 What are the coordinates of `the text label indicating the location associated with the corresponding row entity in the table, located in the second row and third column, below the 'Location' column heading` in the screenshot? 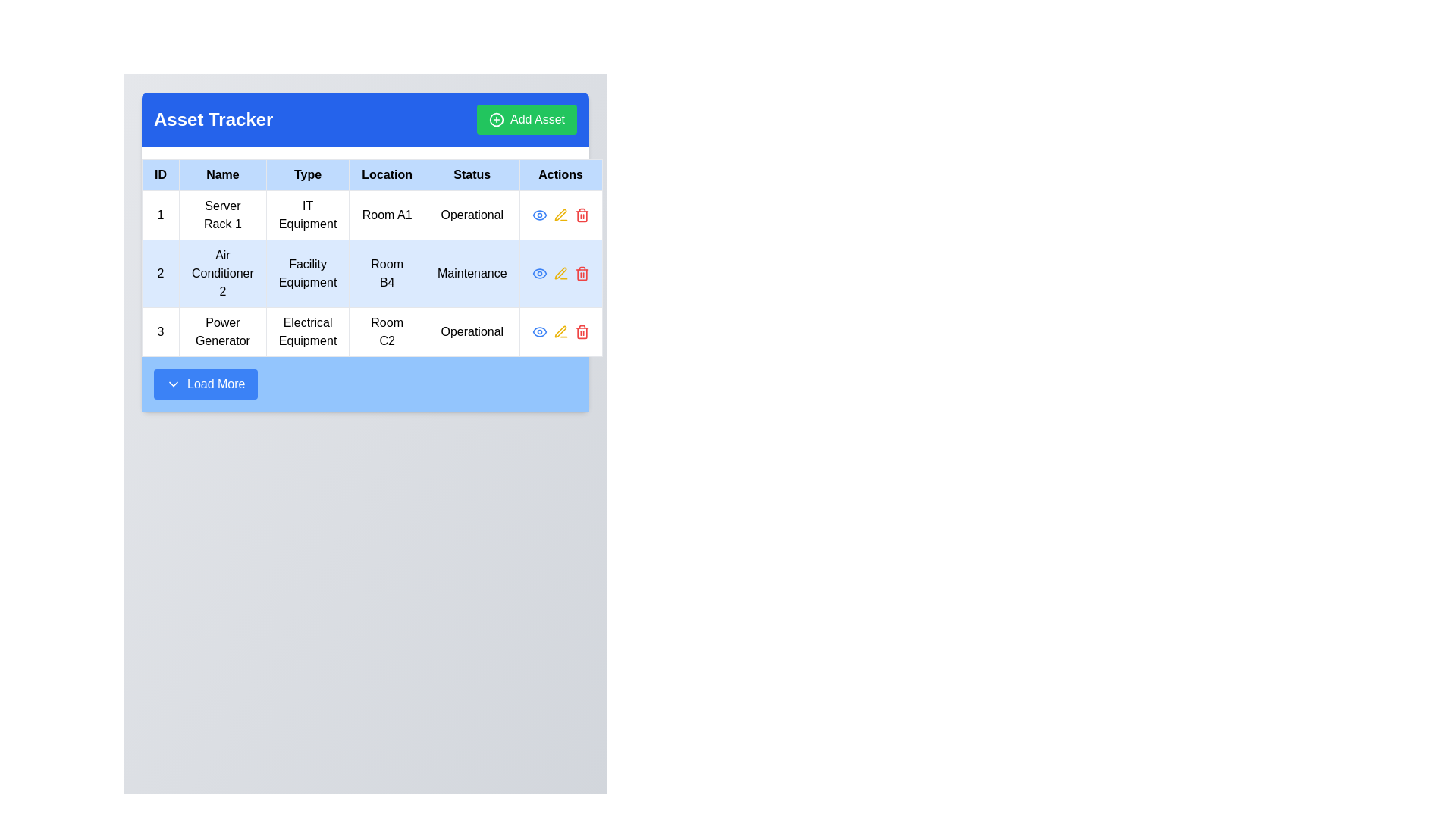 It's located at (387, 274).